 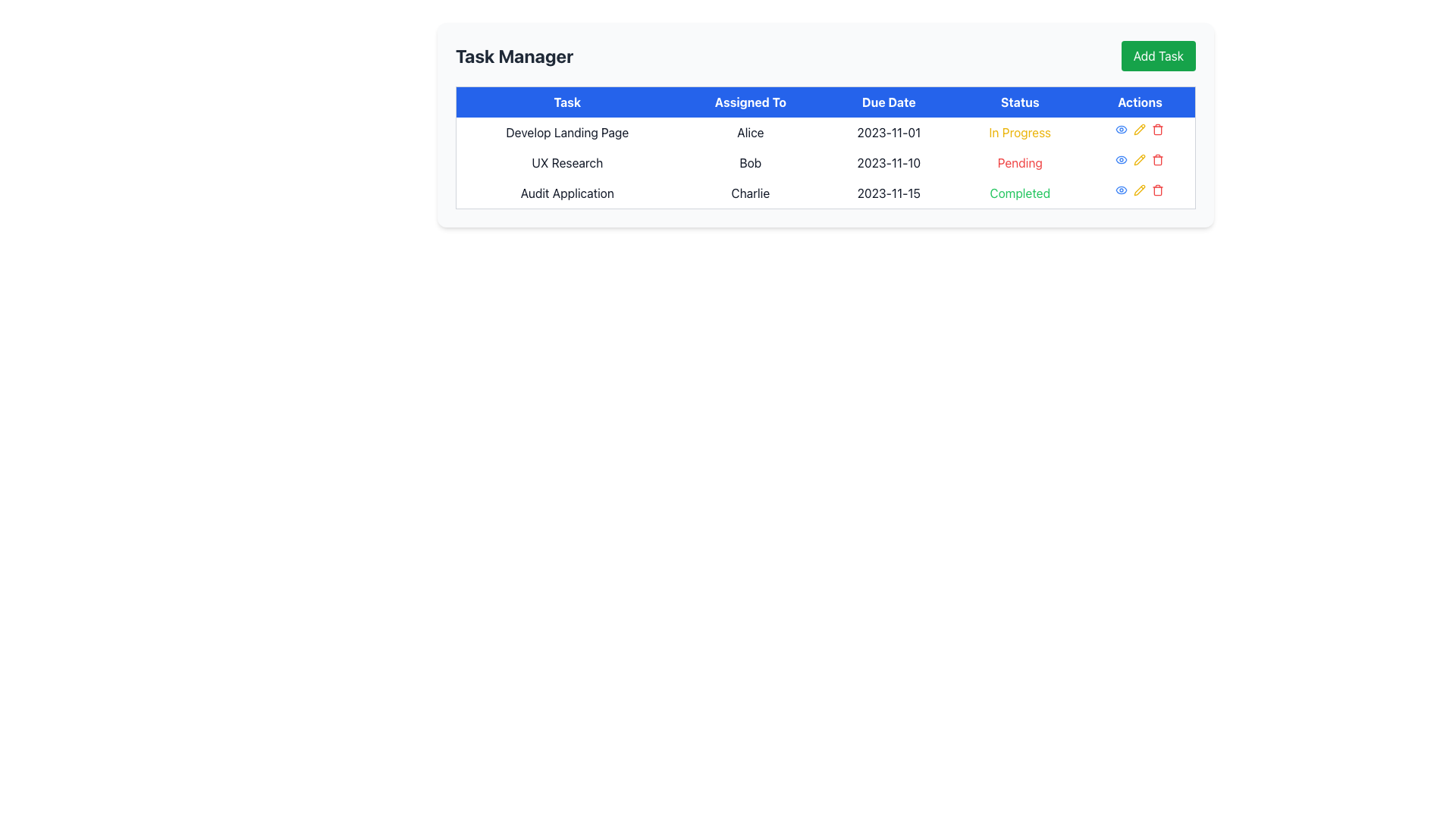 What do you see at coordinates (889, 102) in the screenshot?
I see `the 'Due Date' column header in the table, which is the third element in the header row labeled 'Task', 'Assigned To', 'Due Date', 'Status', and 'Actions'` at bounding box center [889, 102].